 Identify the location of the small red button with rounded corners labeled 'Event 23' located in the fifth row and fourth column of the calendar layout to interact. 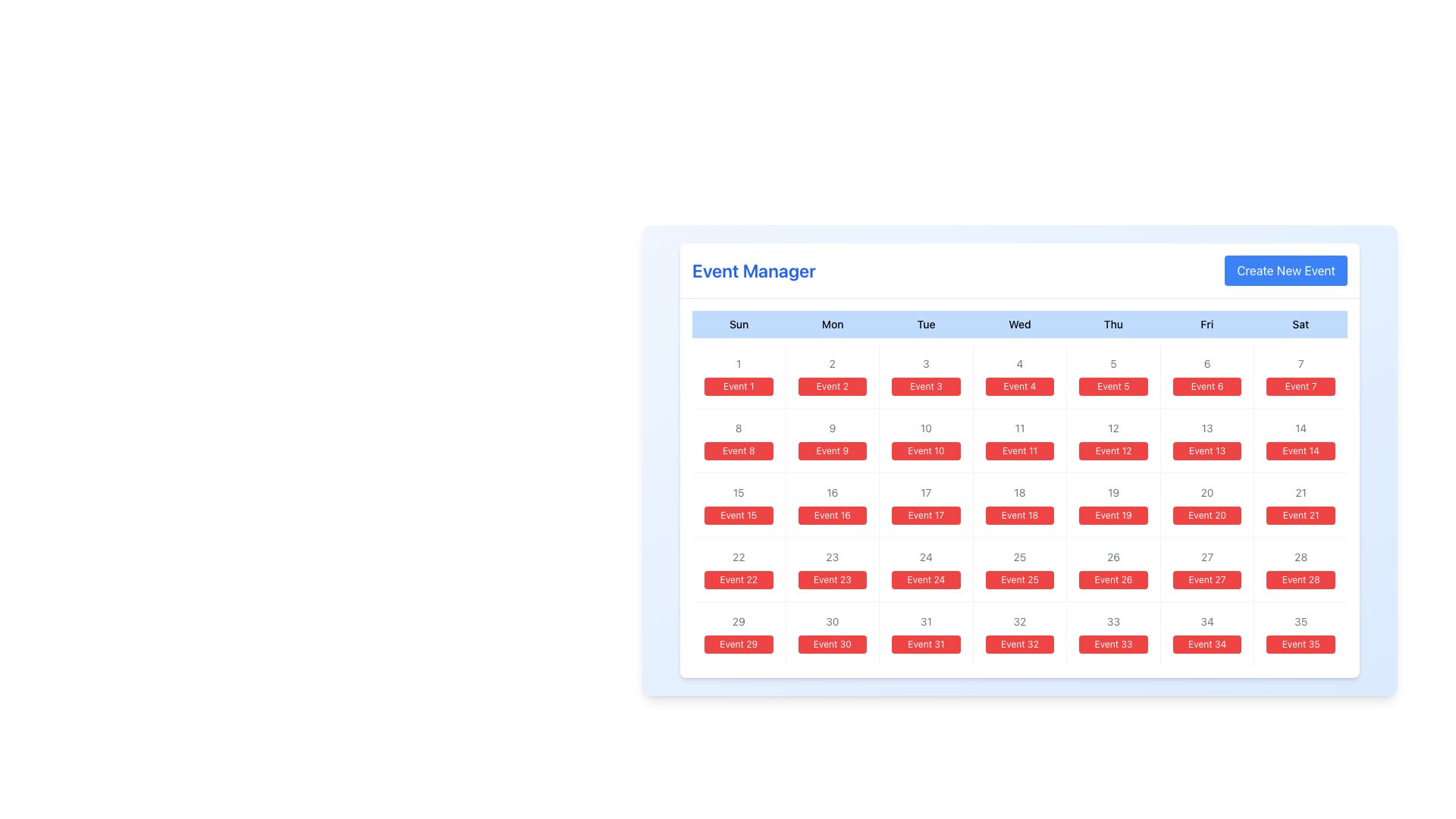
(831, 579).